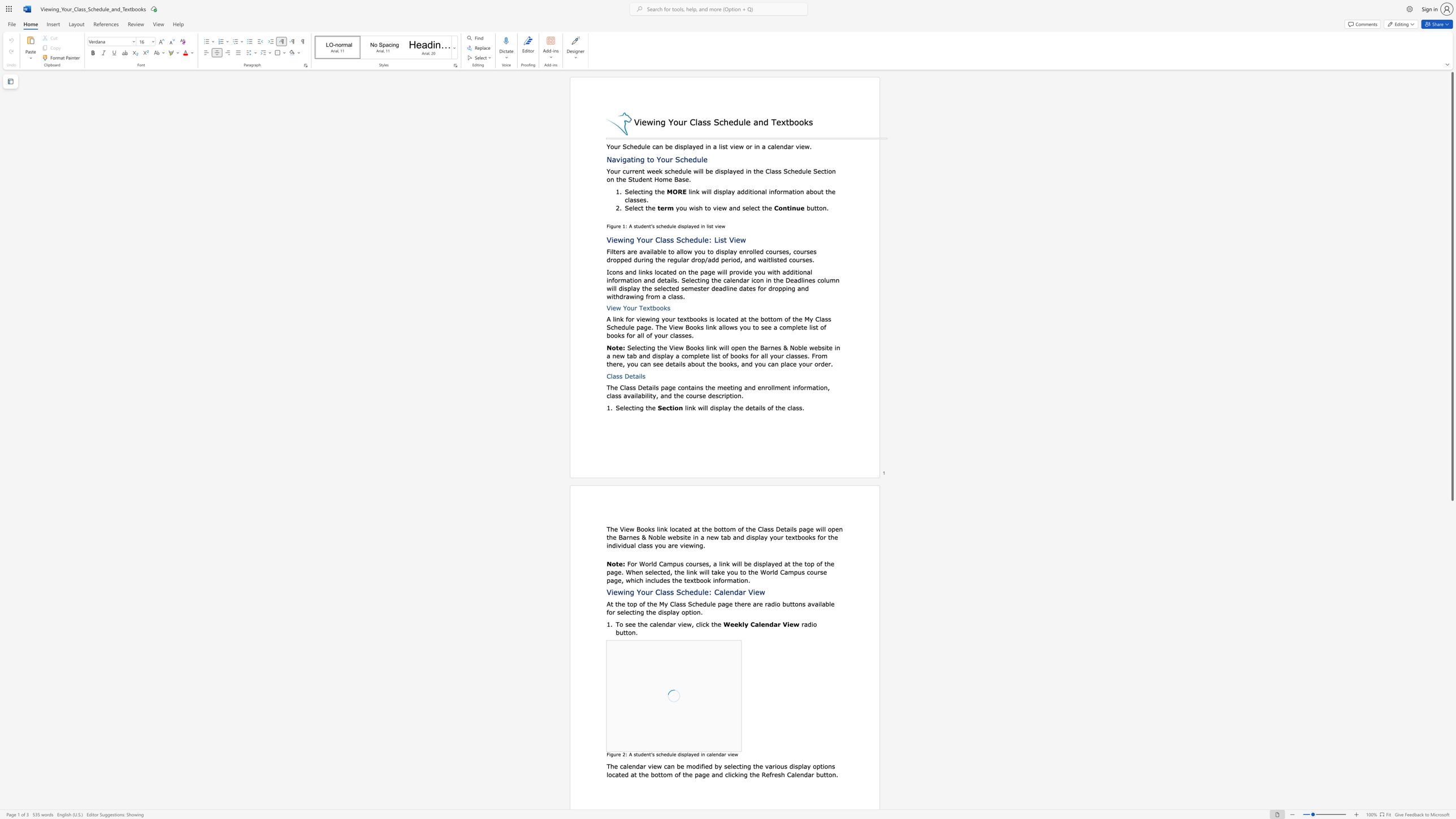  I want to click on the scrollbar on the right, so click(1451, 606).